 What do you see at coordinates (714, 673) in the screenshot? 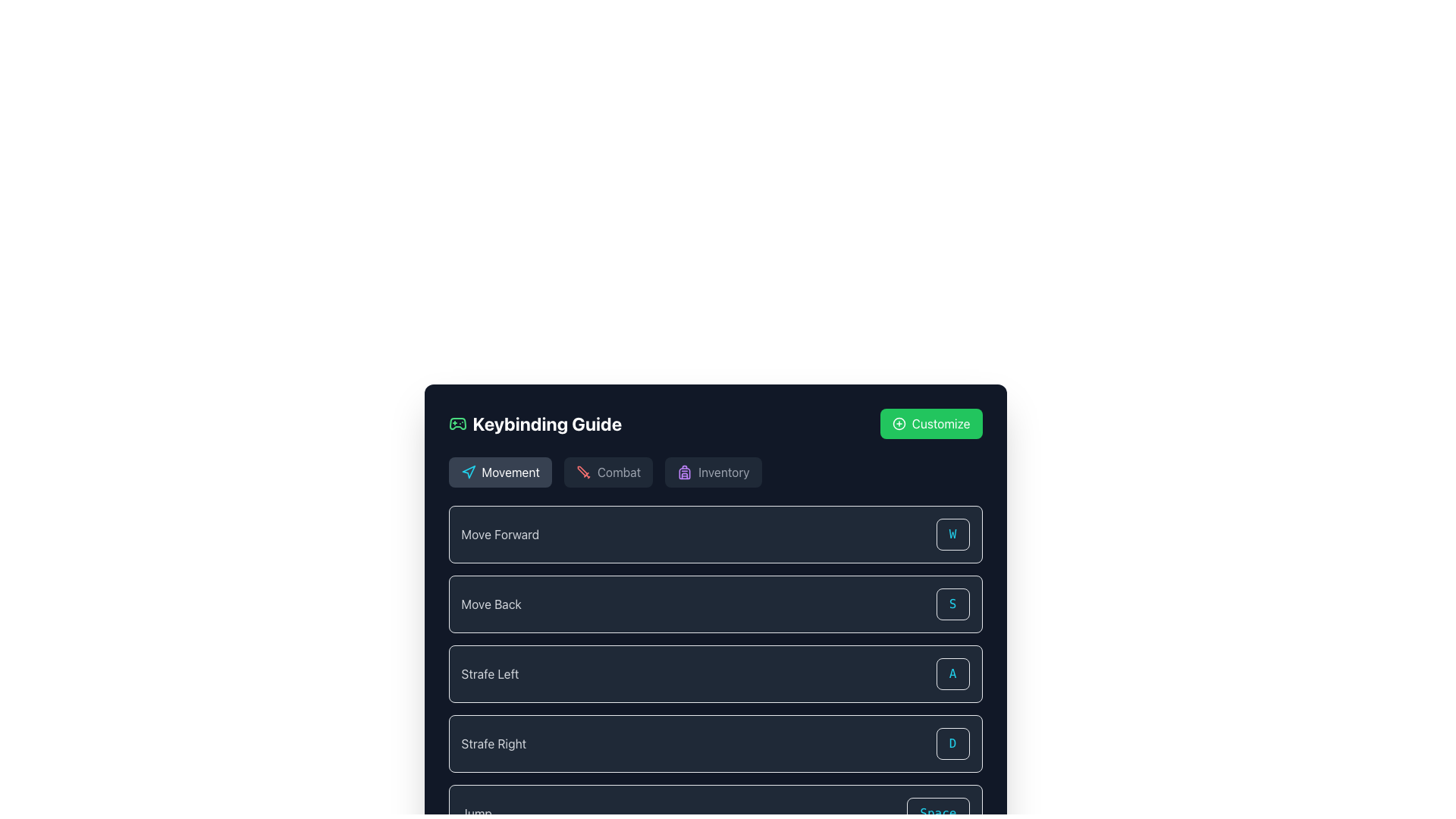
I see `the informational display element indicating the keybind for 'Strafe Left' with the assigned key 'A', located in the 'Keybinding Guide' under the 'Movement' tab` at bounding box center [714, 673].